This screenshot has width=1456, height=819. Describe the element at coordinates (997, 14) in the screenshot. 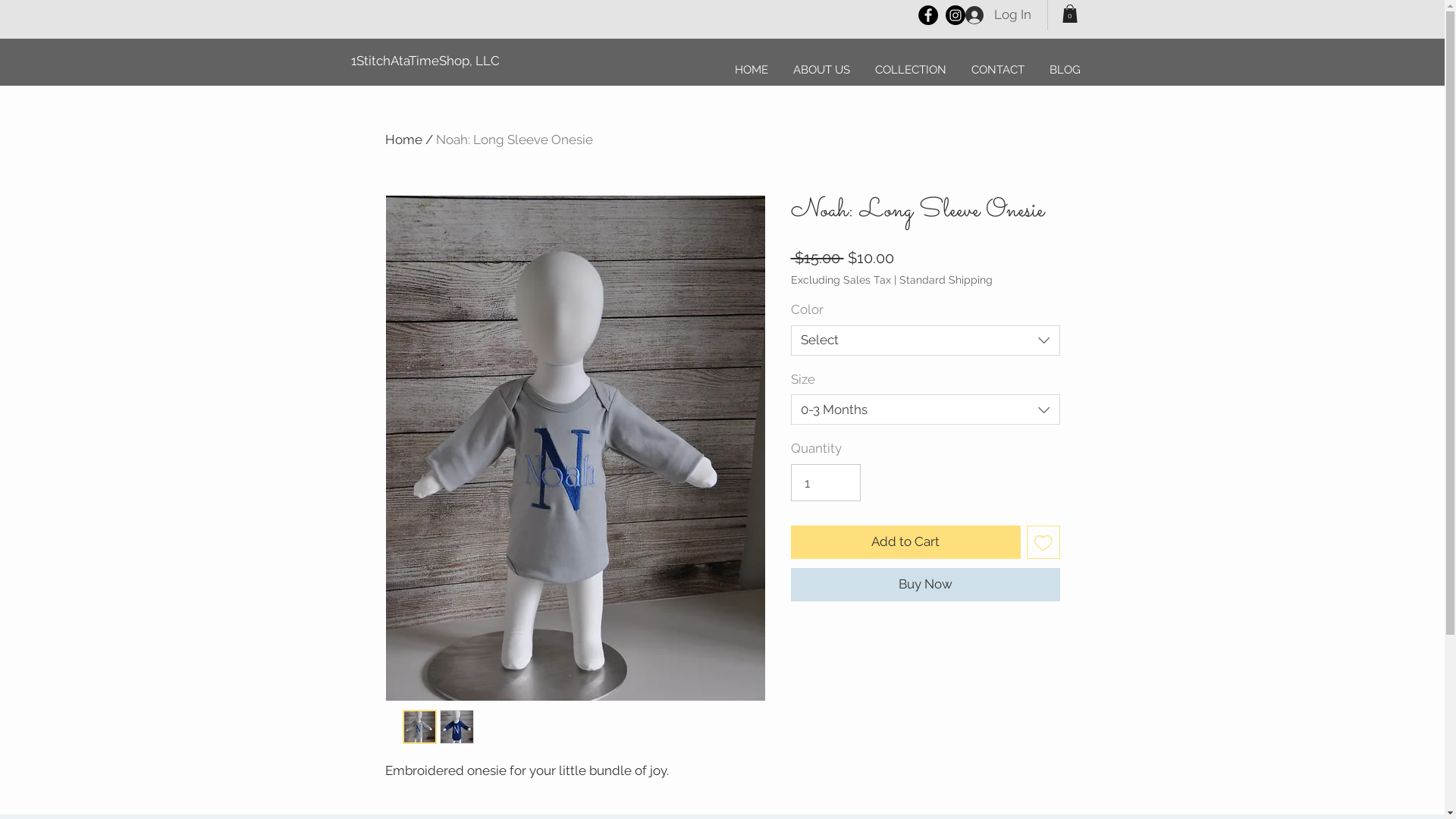

I see `'Log In'` at that location.